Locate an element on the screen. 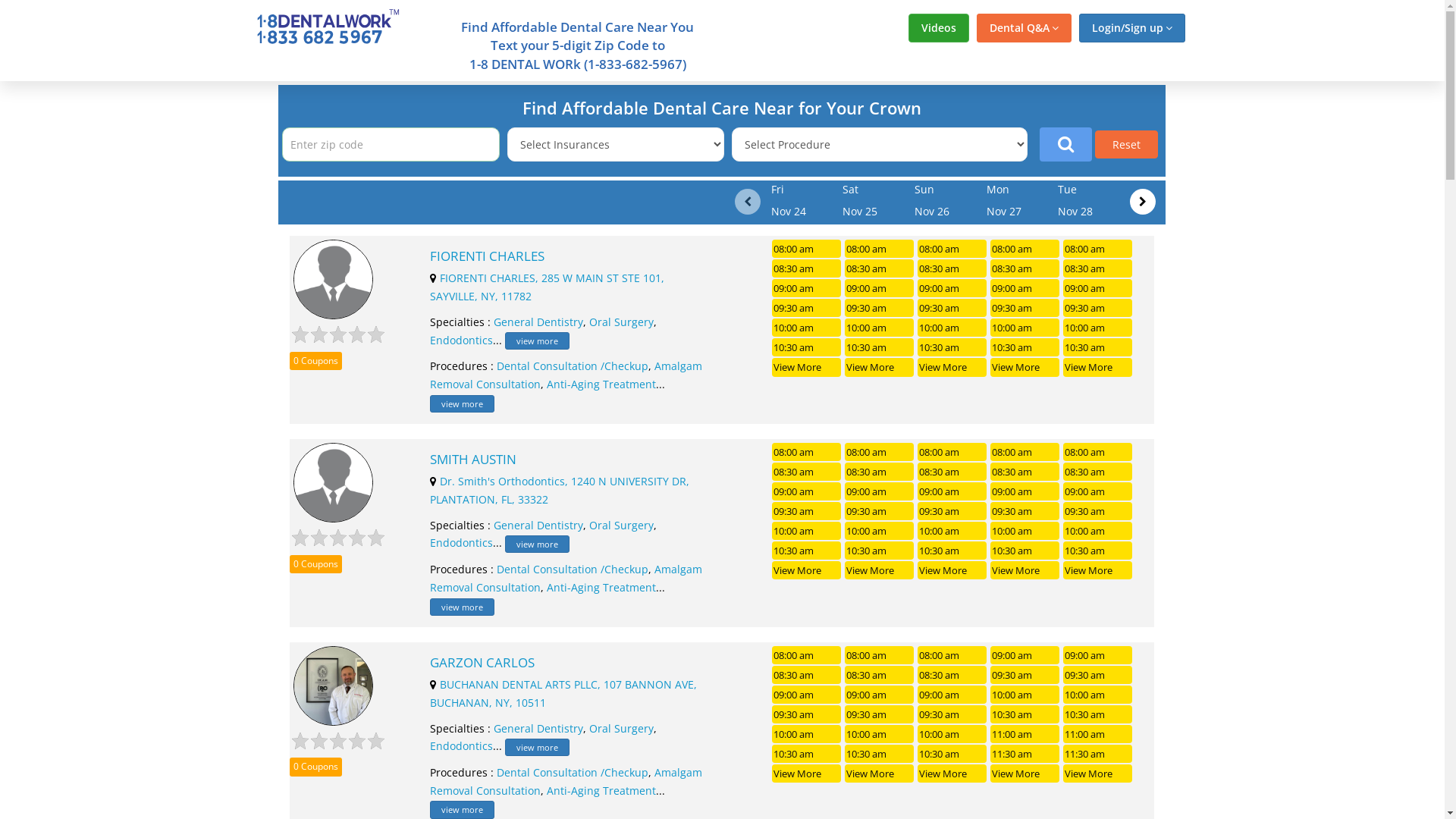 The image size is (1456, 819). '08:00 am' is located at coordinates (843, 247).